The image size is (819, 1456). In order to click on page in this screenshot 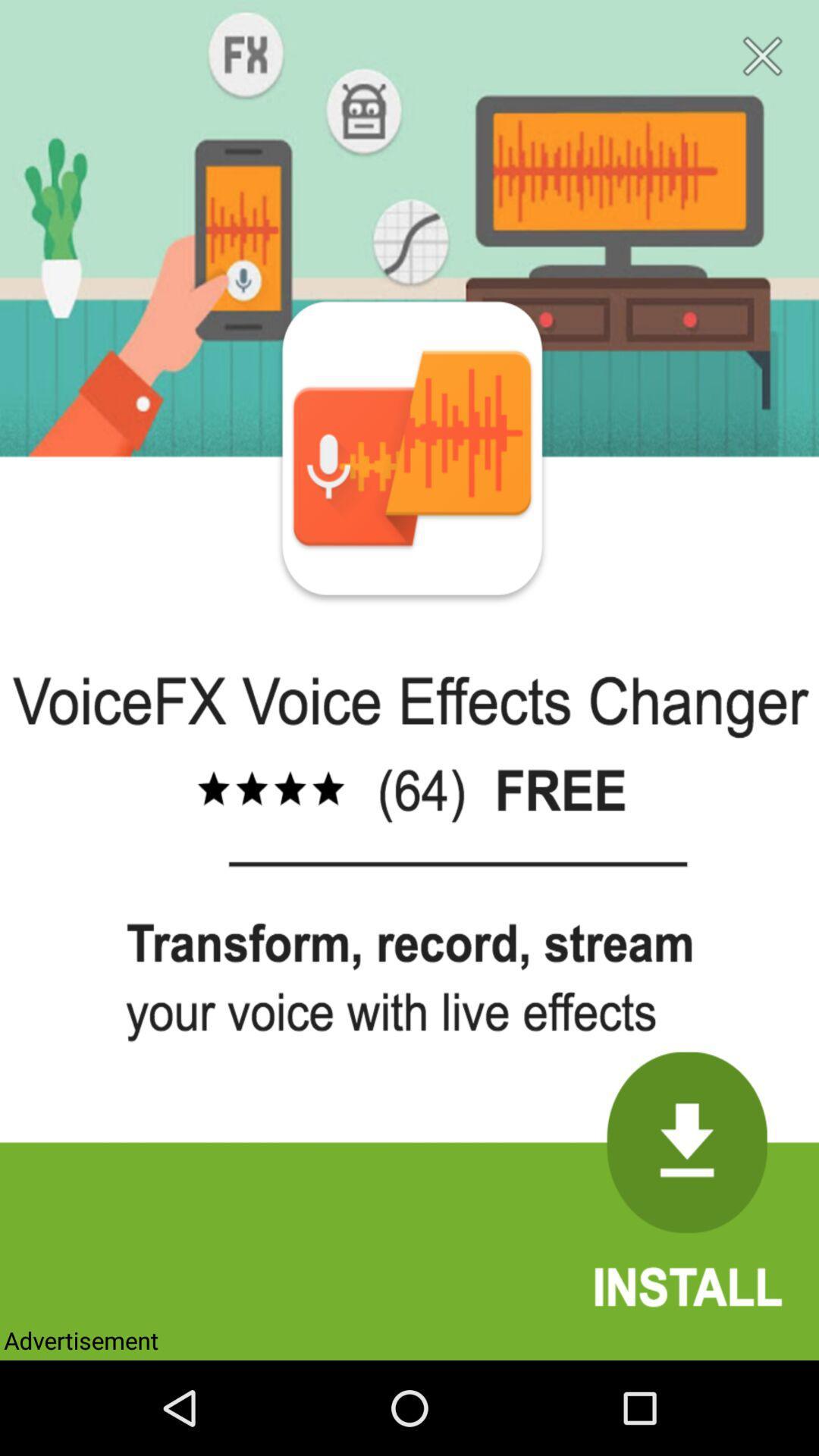, I will do `click(762, 56)`.